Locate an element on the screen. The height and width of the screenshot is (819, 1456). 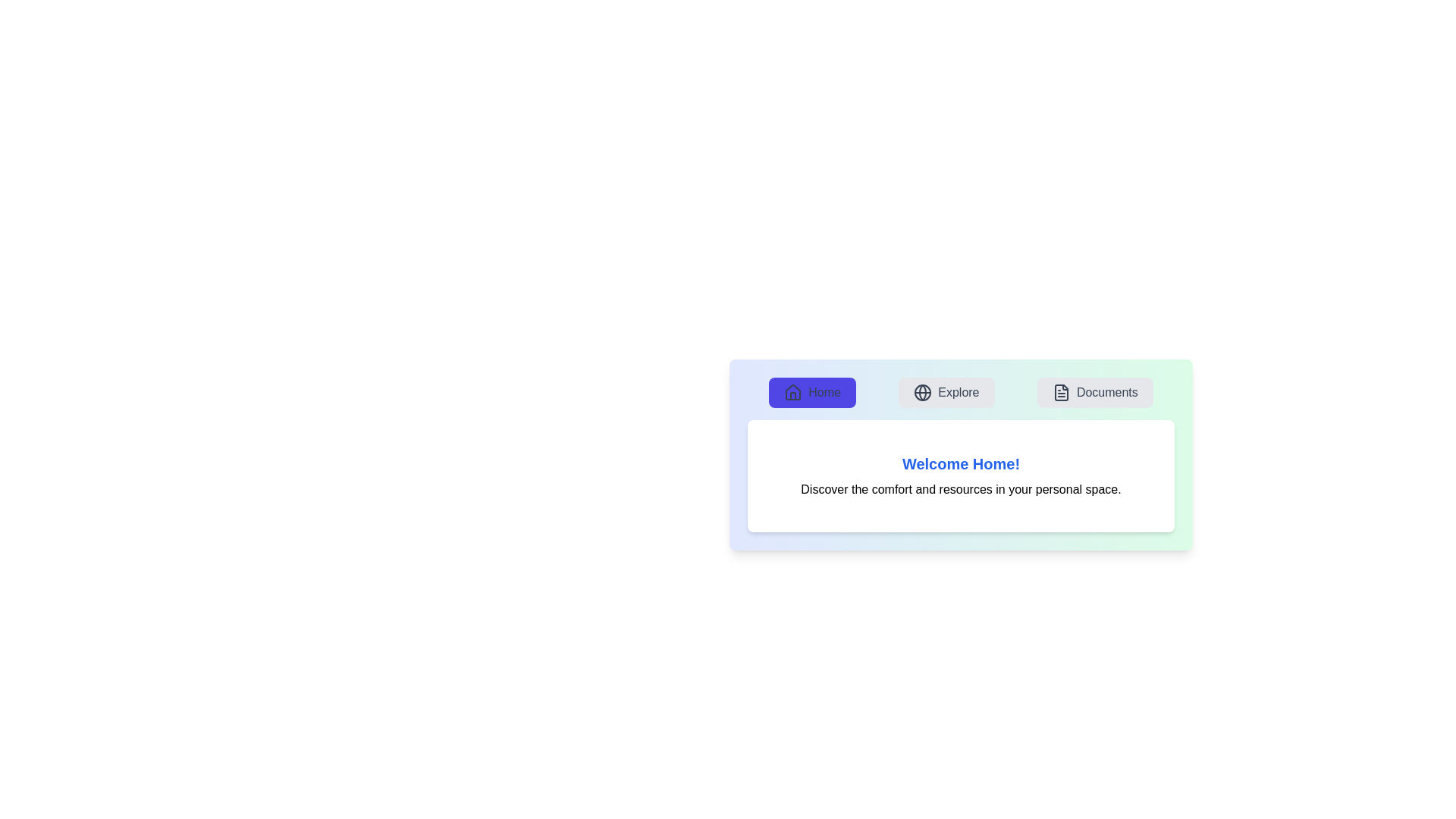
the text in the active tab's content area and copy it to the clipboard is located at coordinates (960, 475).